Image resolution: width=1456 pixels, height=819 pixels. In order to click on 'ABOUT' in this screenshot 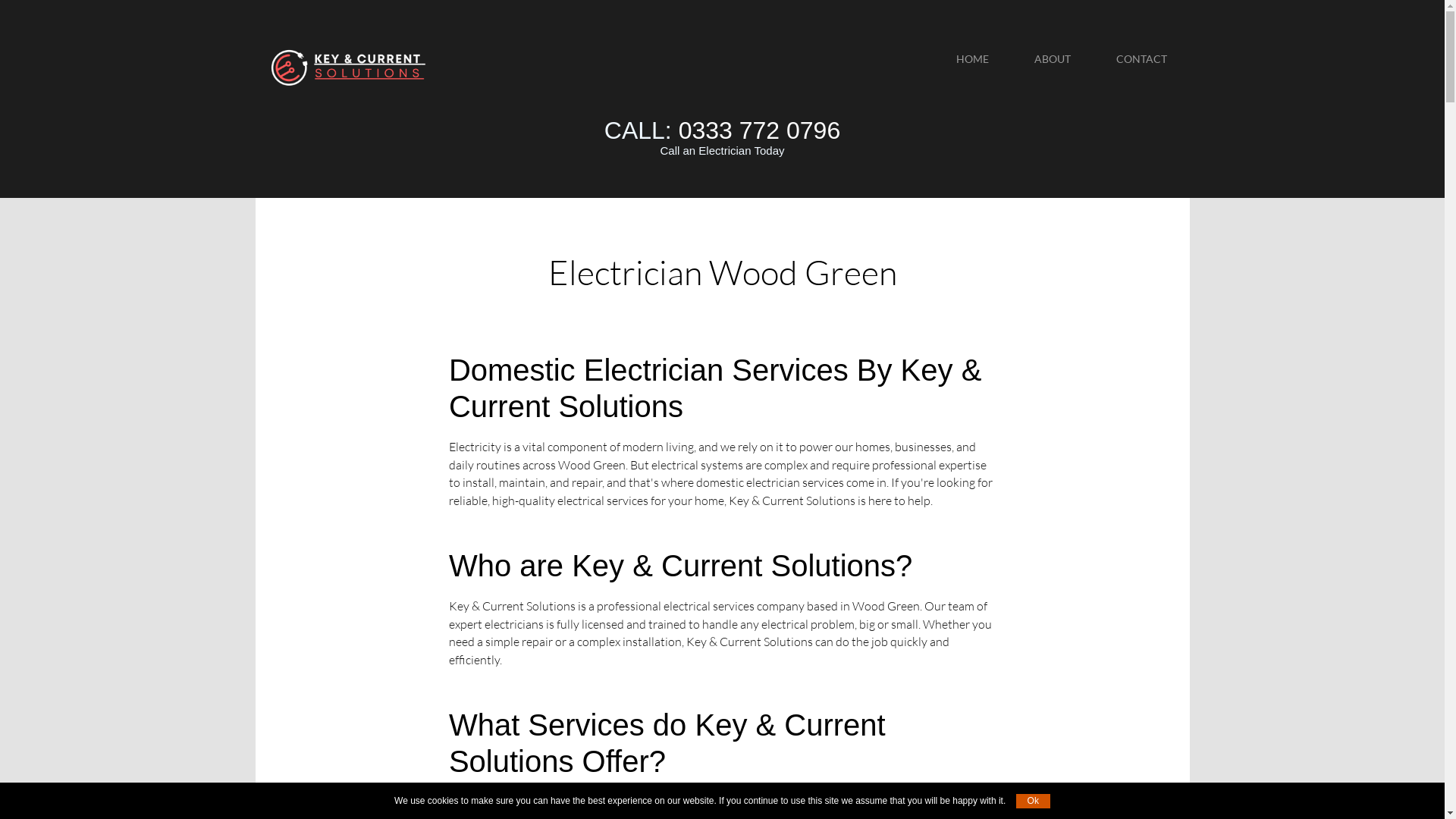, I will do `click(1012, 58)`.